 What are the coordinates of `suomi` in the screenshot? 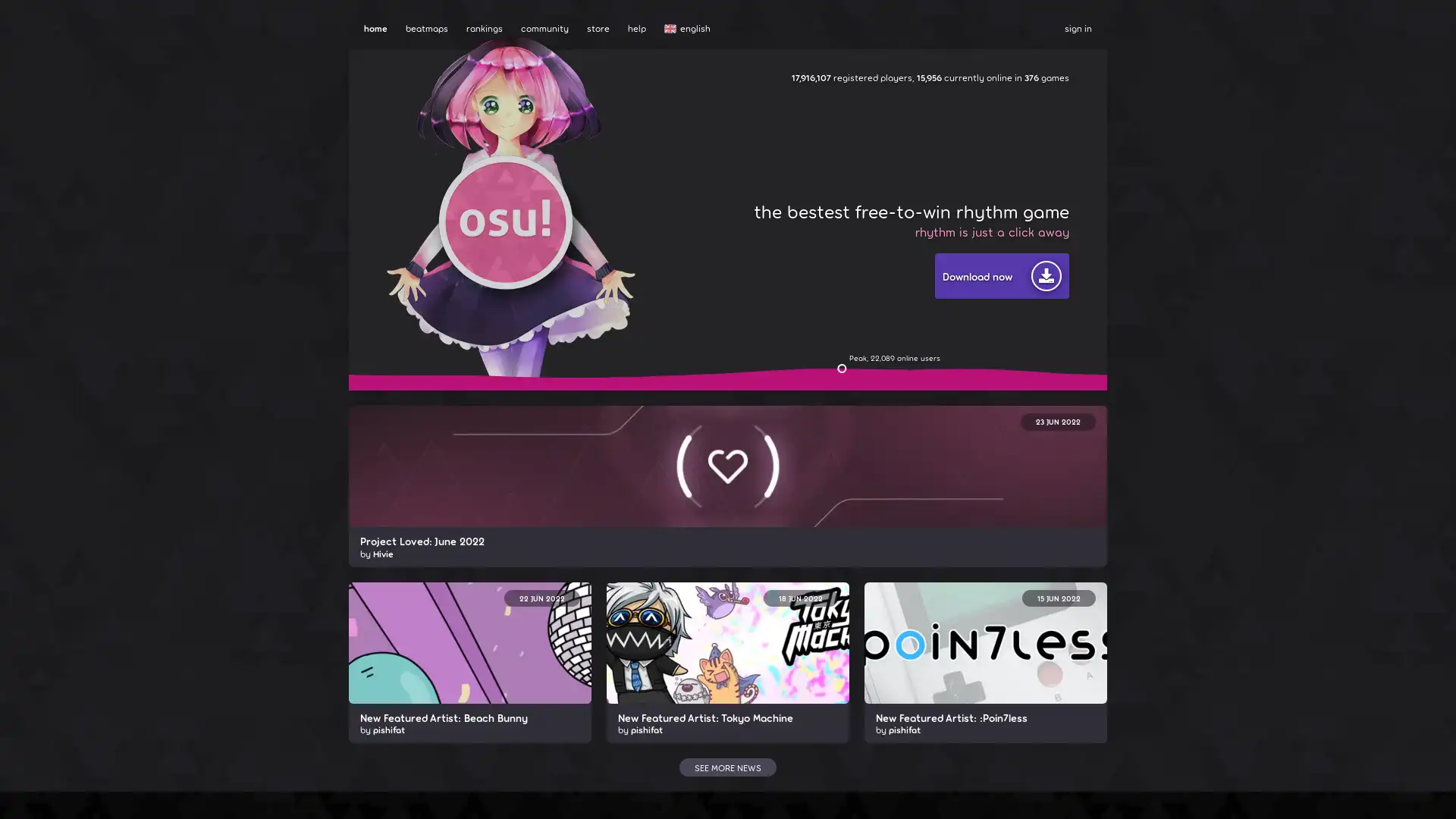 It's located at (709, 225).